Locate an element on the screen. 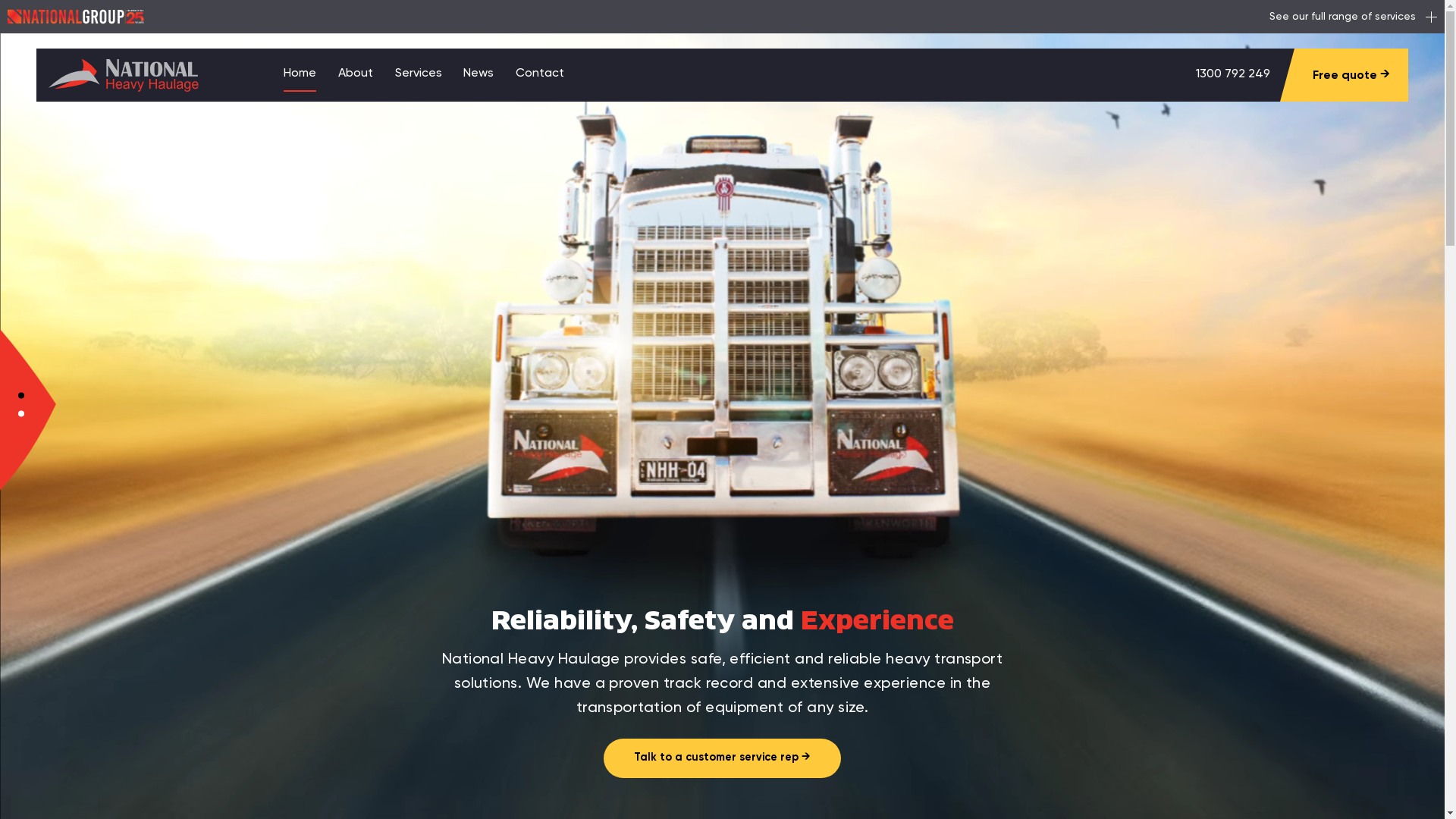 This screenshot has height=819, width=1456. 'Home' is located at coordinates (284, 75).